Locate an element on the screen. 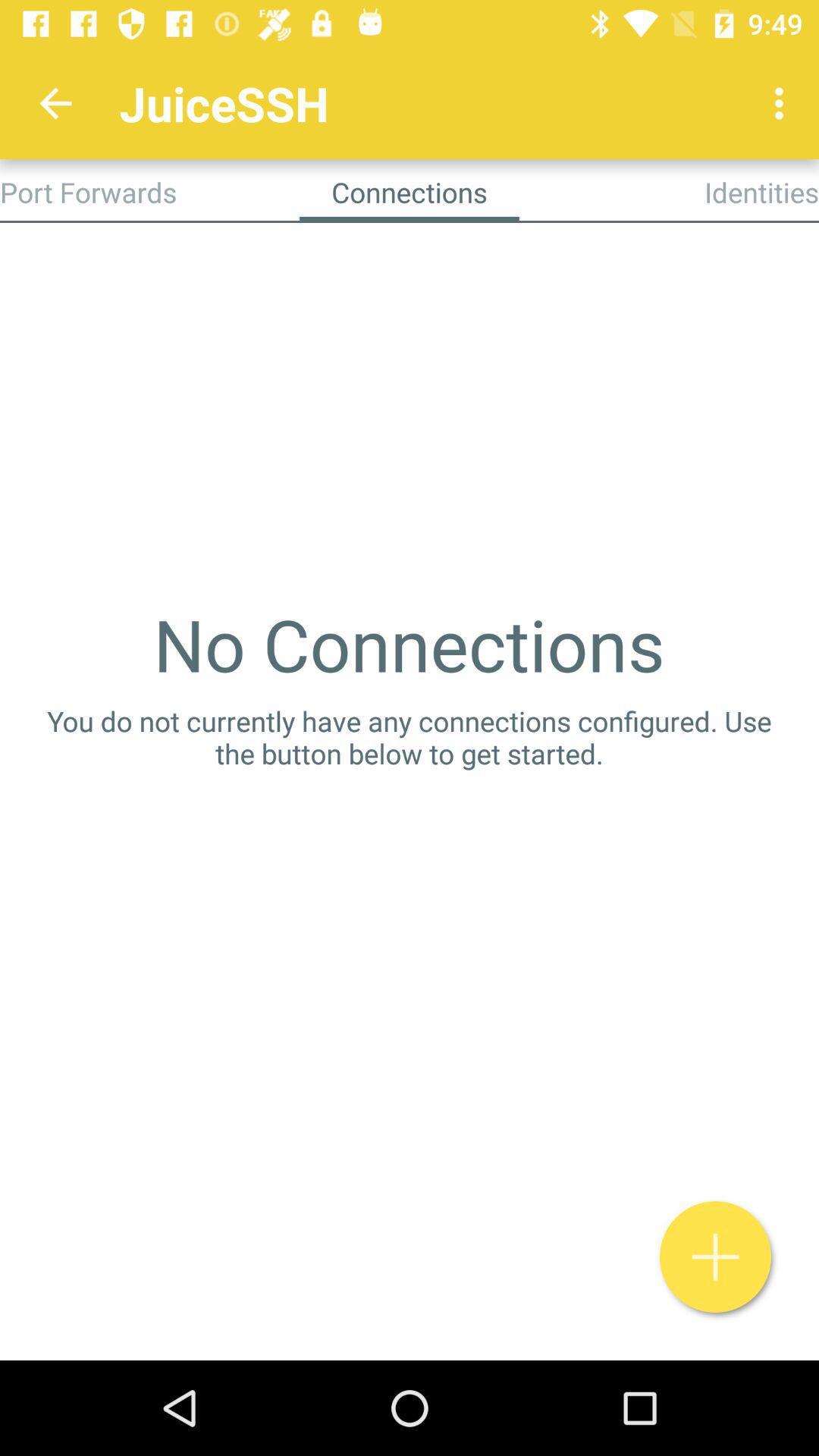  the port forwards app is located at coordinates (88, 191).